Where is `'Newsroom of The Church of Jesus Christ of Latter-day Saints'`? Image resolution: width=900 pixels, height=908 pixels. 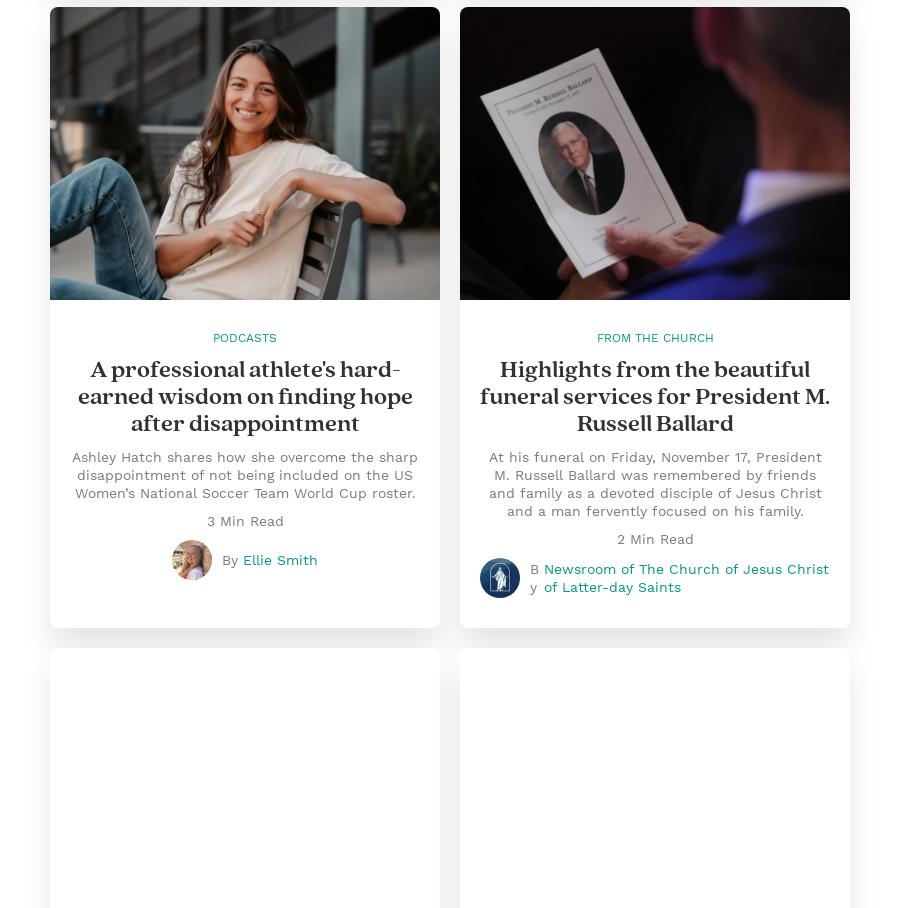 'Newsroom of The Church of Jesus Christ of Latter-day Saints' is located at coordinates (685, 578).